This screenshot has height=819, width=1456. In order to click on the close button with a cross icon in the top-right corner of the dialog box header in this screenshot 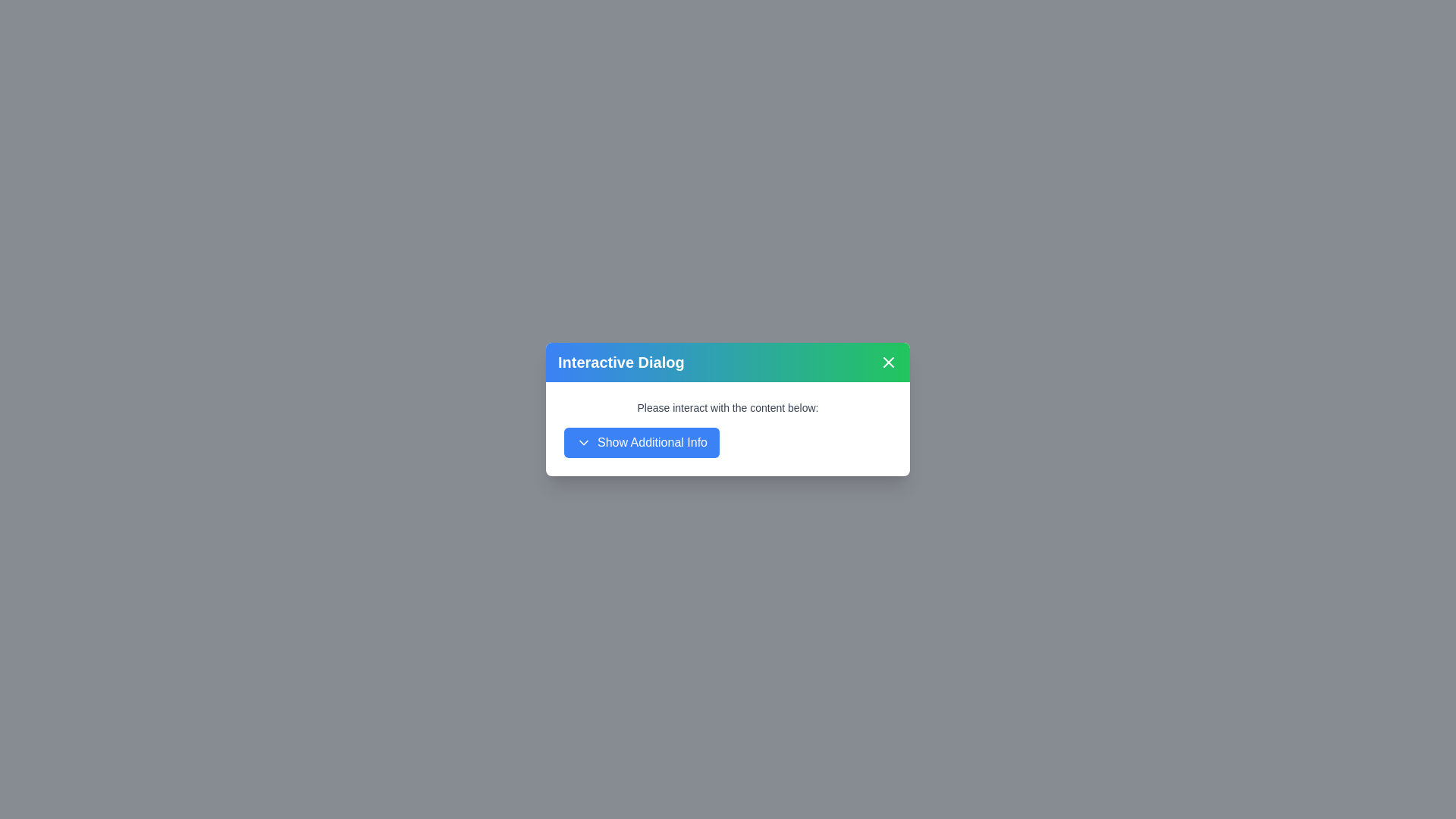, I will do `click(888, 362)`.